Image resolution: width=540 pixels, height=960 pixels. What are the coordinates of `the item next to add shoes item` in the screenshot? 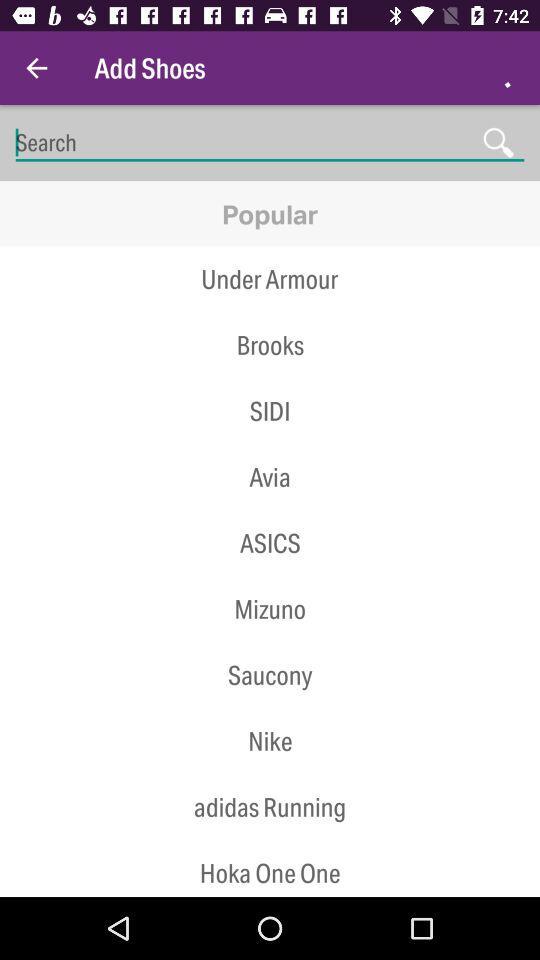 It's located at (36, 68).